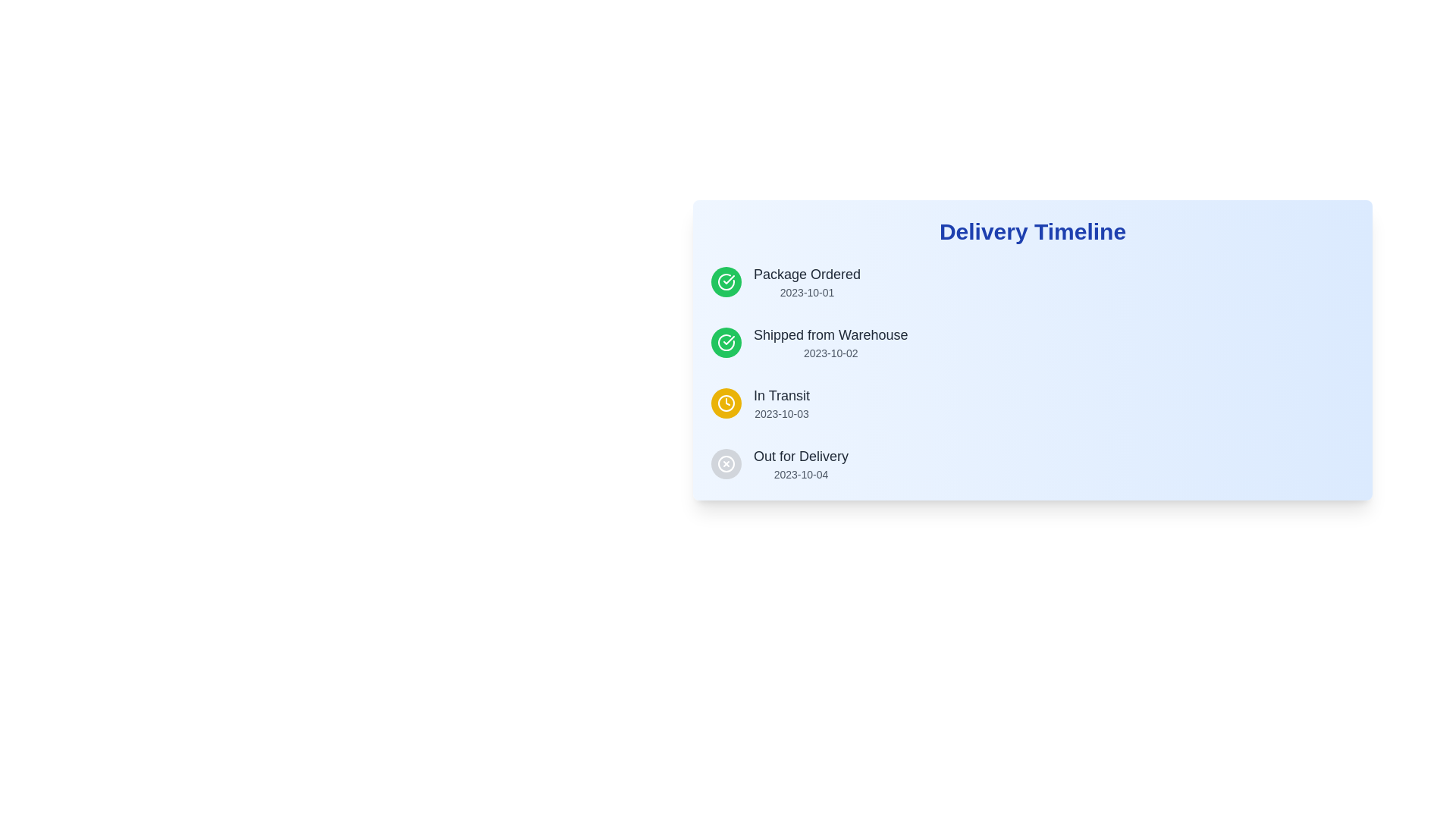 This screenshot has width=1456, height=819. Describe the element at coordinates (726, 281) in the screenshot. I see `the status representation of the circular green icon with a white checkmark, located to the left of the text 'Package Ordered' and the date '2023-10-01'` at that location.